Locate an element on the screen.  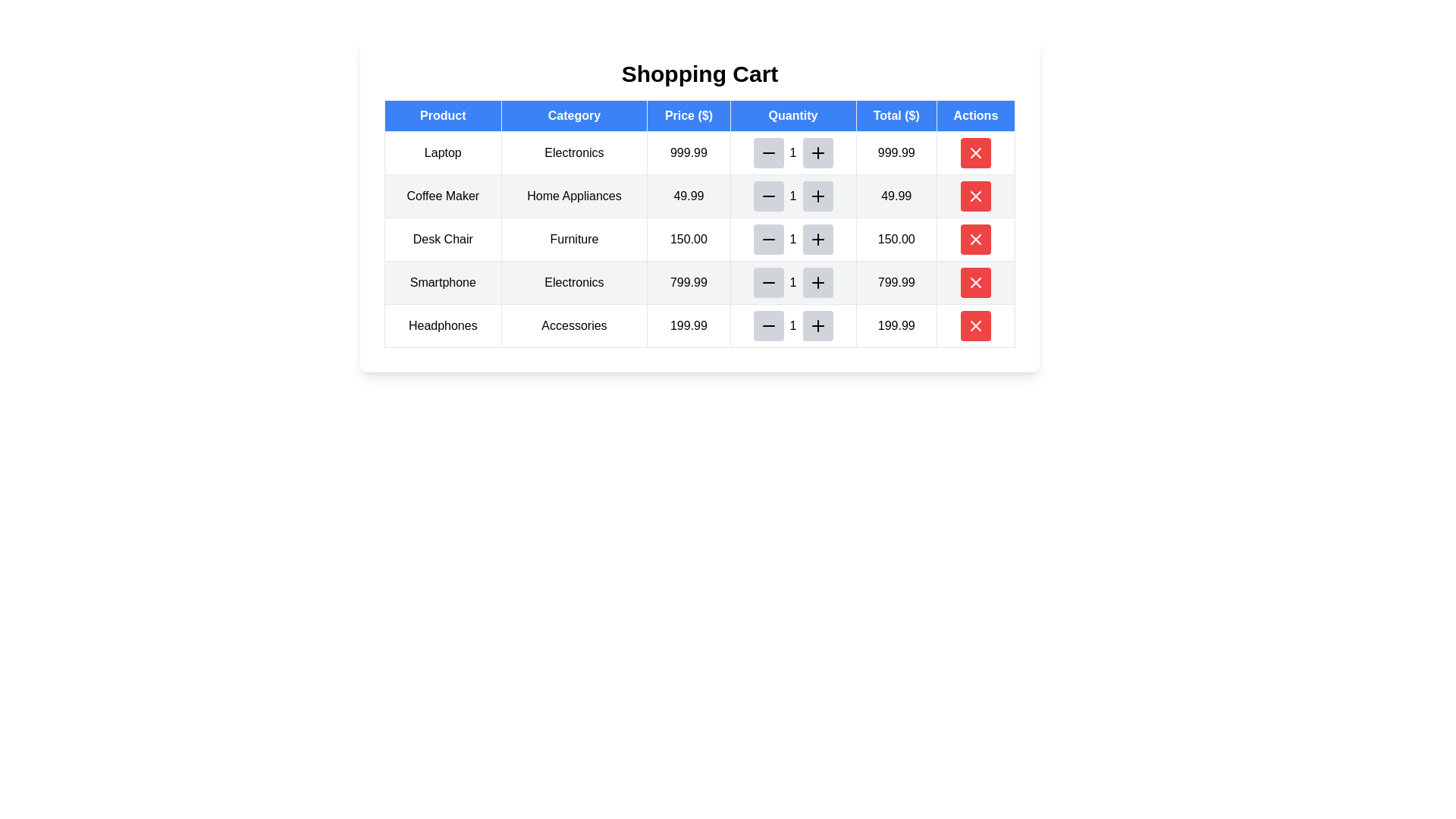
the gray rounded button with a black plus icon located in the 'Quantity' column of the shopping cart table for the product 'Coffee Maker' is located at coordinates (817, 195).